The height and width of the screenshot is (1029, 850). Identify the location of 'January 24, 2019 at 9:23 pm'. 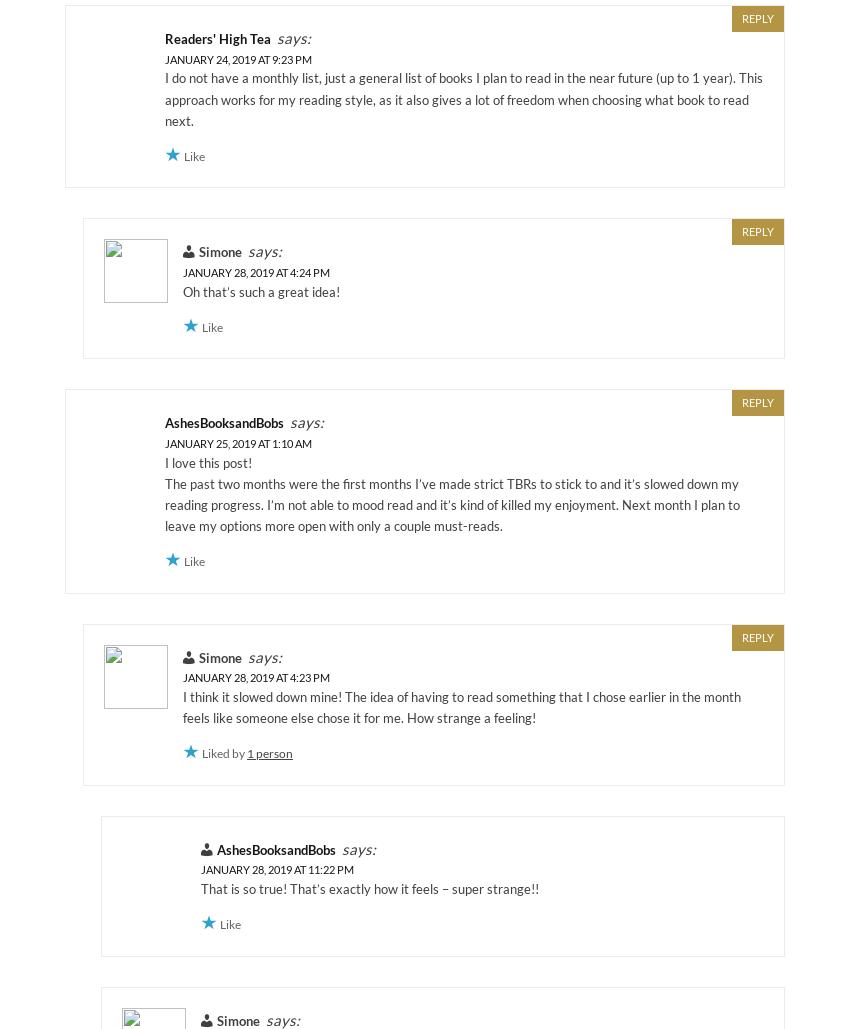
(238, 58).